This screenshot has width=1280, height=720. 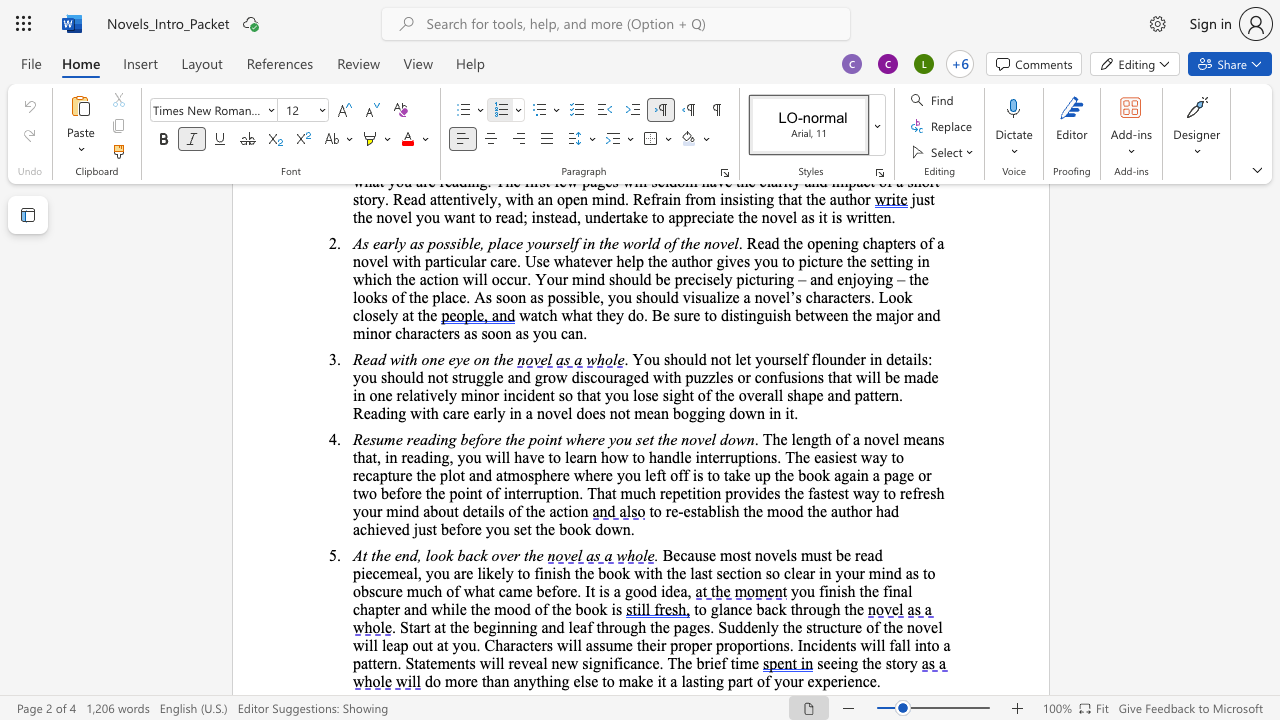 What do you see at coordinates (871, 493) in the screenshot?
I see `the space between the continuous character "a" and "y" in the text` at bounding box center [871, 493].